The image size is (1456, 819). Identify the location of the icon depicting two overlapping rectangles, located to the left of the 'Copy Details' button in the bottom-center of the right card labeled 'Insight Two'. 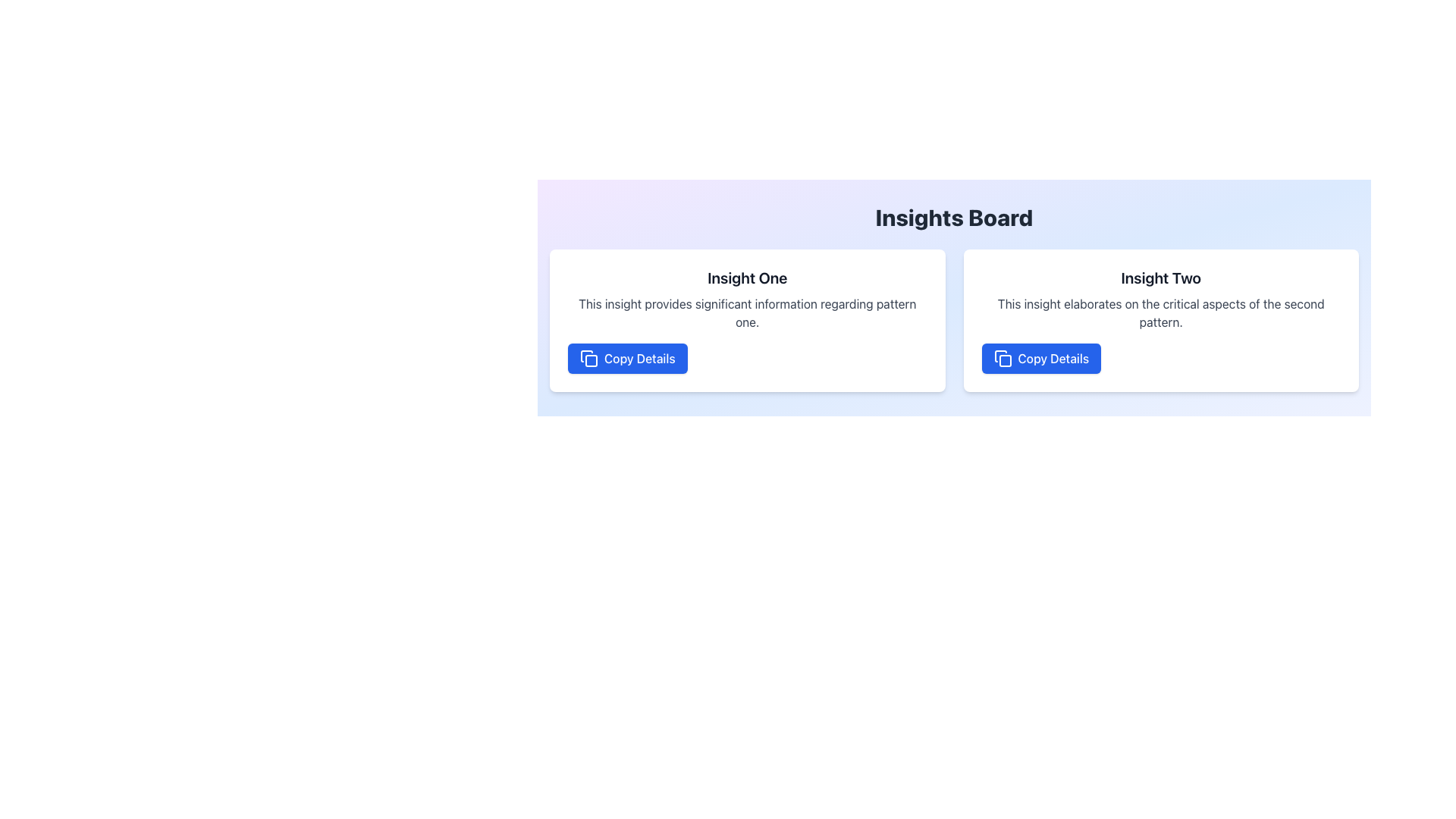
(1003, 359).